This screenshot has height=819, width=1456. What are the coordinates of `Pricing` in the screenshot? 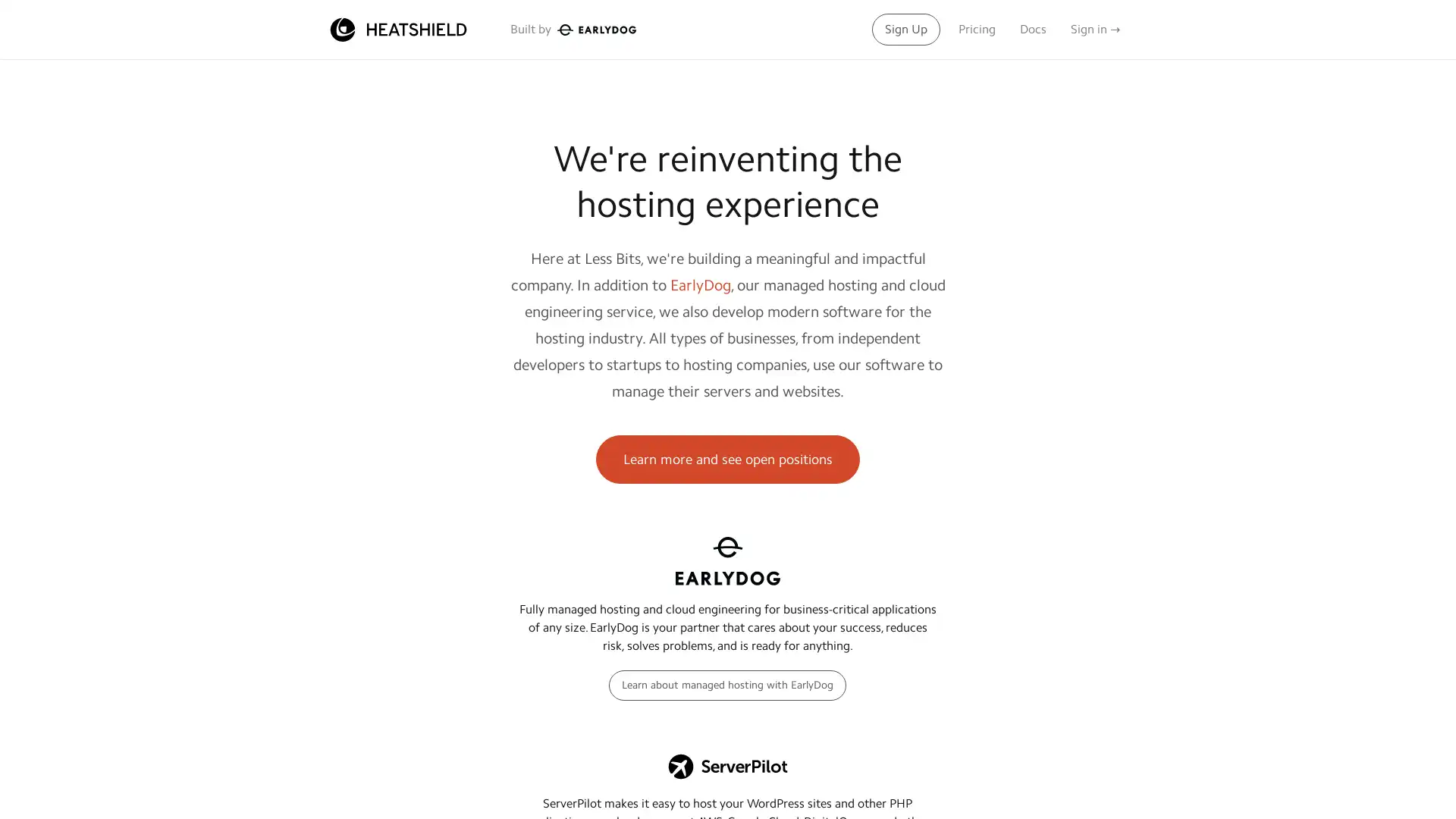 It's located at (977, 29).